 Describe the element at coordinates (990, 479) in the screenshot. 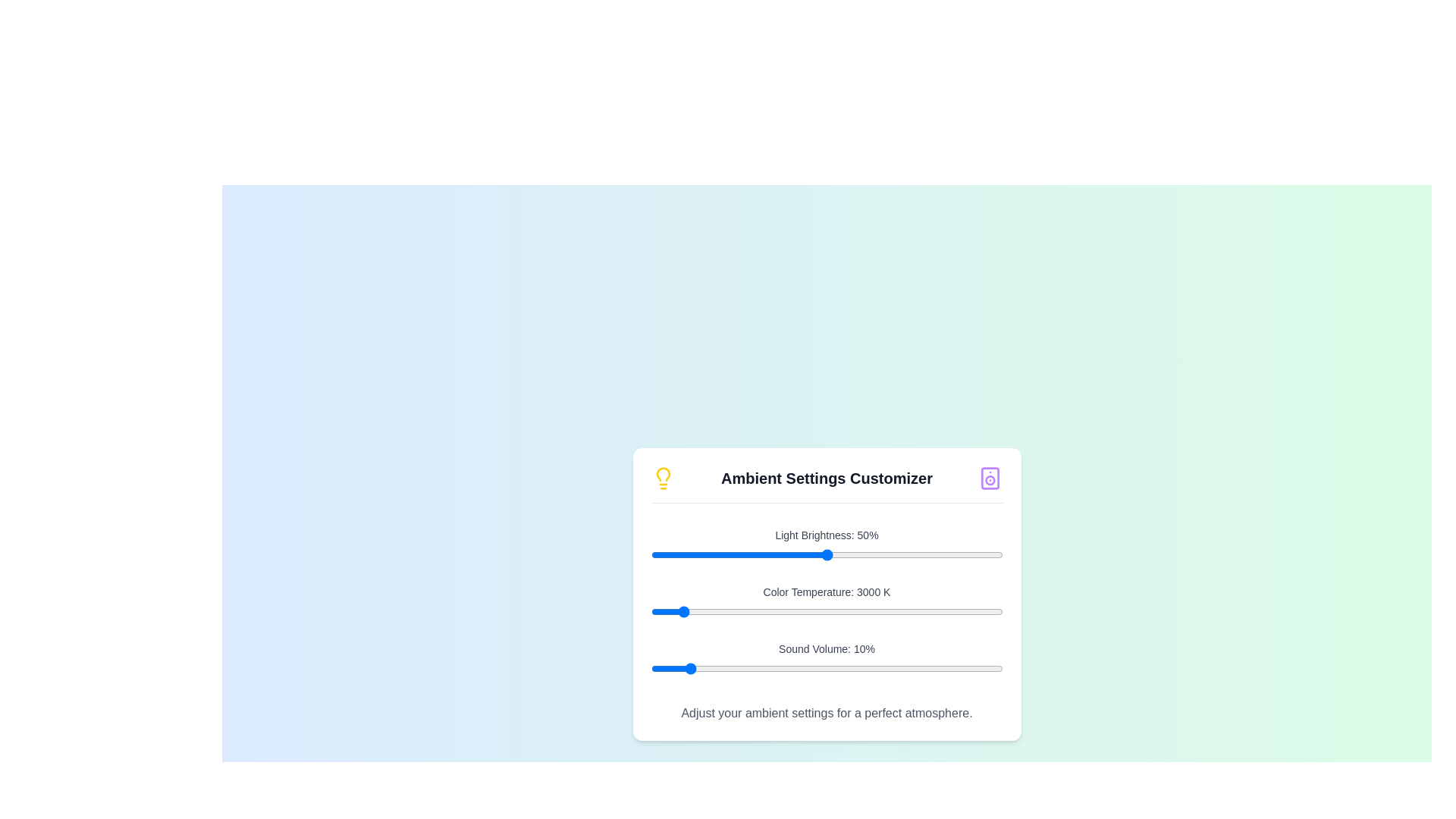

I see `the purple speaker icon located in the upper-right corner of the 'Ambient Settings Customizer' header section` at that location.